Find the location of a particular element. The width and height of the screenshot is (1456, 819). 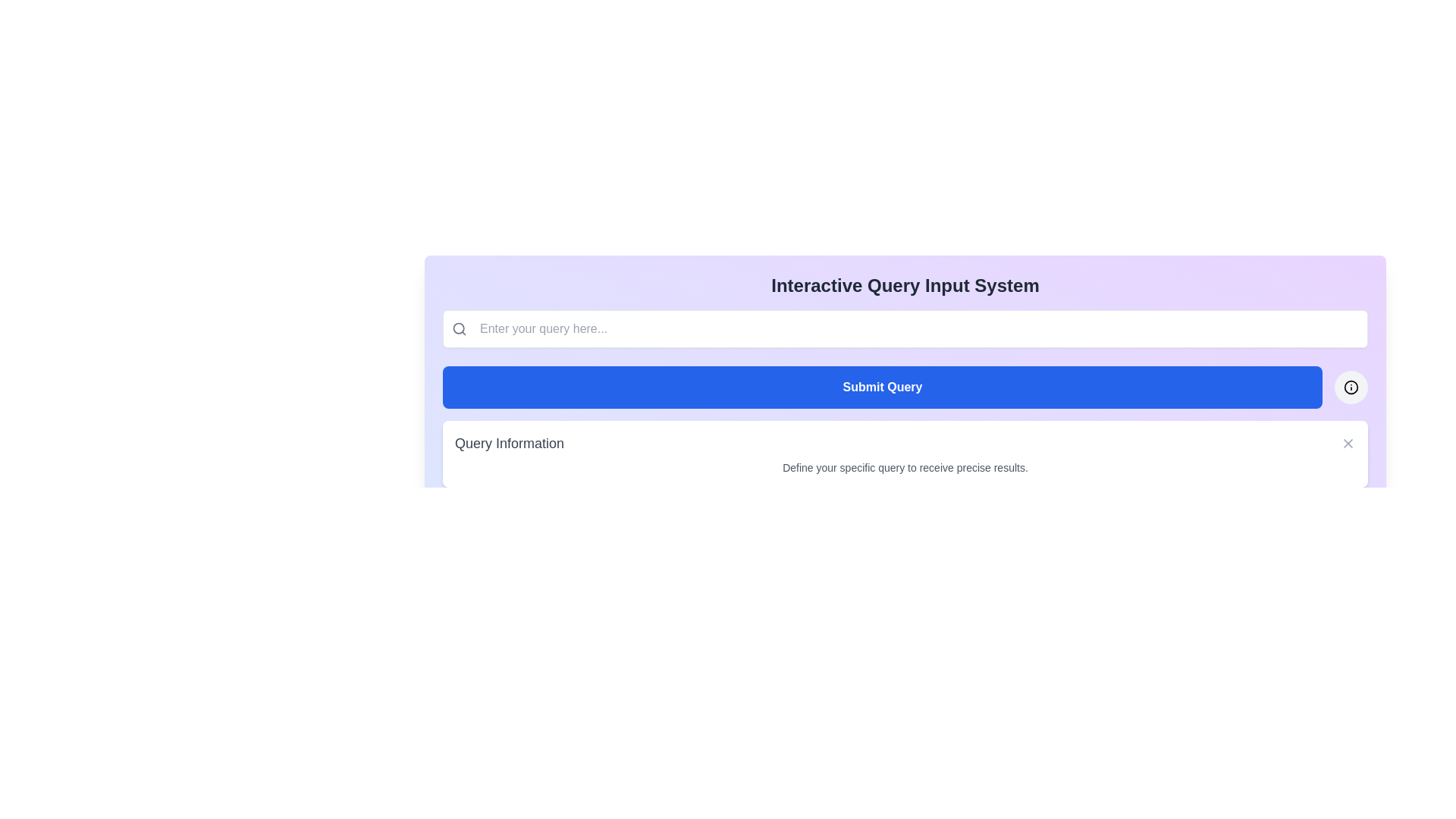

the search icon located on the left side of the input field which serves as a visual indicator of the search functionality is located at coordinates (458, 328).